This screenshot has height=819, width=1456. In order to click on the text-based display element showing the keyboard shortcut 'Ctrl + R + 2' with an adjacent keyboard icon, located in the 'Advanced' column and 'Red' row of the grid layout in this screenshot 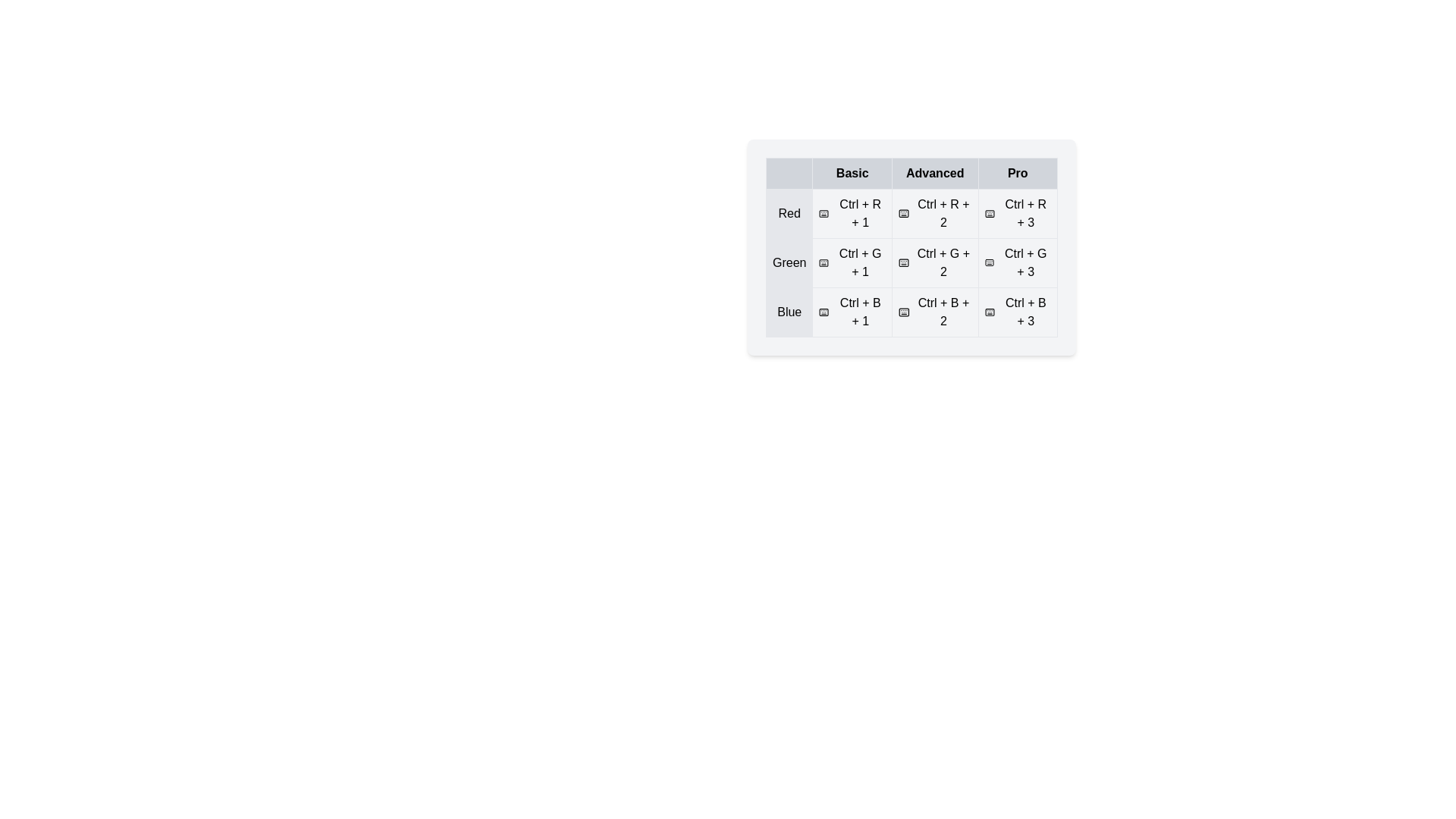, I will do `click(934, 213)`.